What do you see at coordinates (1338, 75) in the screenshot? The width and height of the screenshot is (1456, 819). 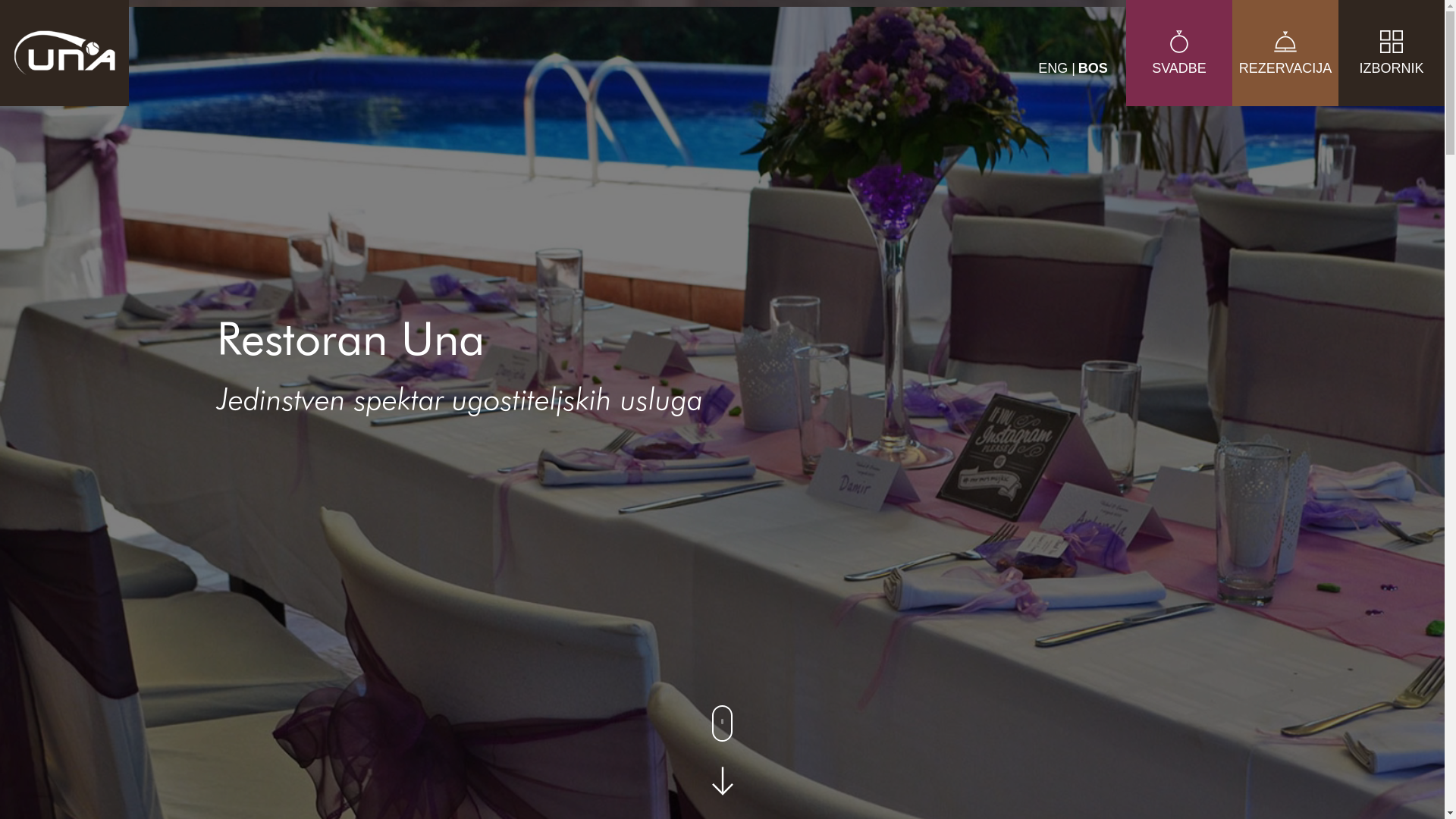 I see `'IZBORNIK'` at bounding box center [1338, 75].